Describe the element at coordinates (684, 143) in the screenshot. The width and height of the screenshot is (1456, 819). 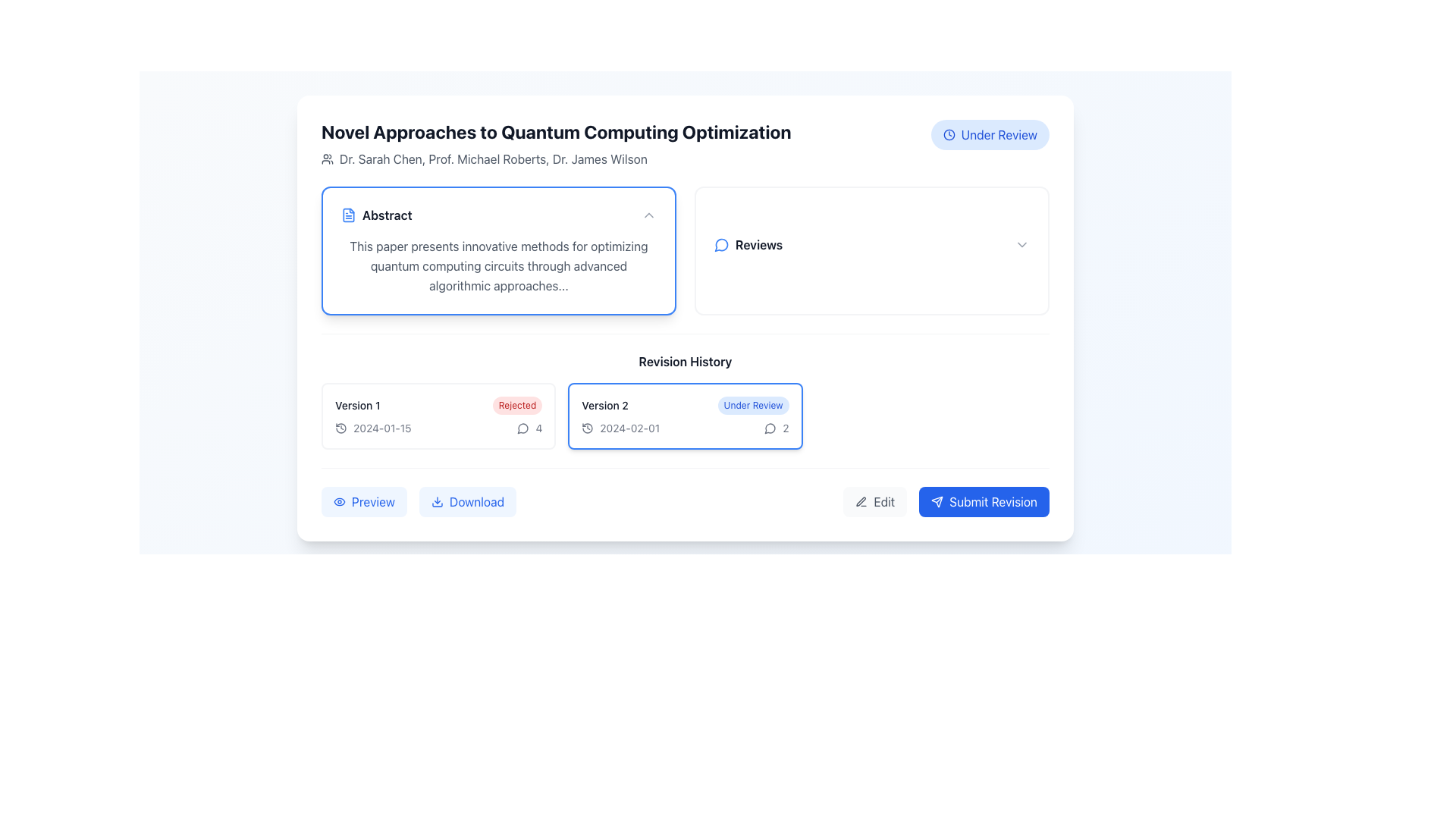
I see `the Header Section that displays the title in bold text and includes the 'Under Review' label` at that location.